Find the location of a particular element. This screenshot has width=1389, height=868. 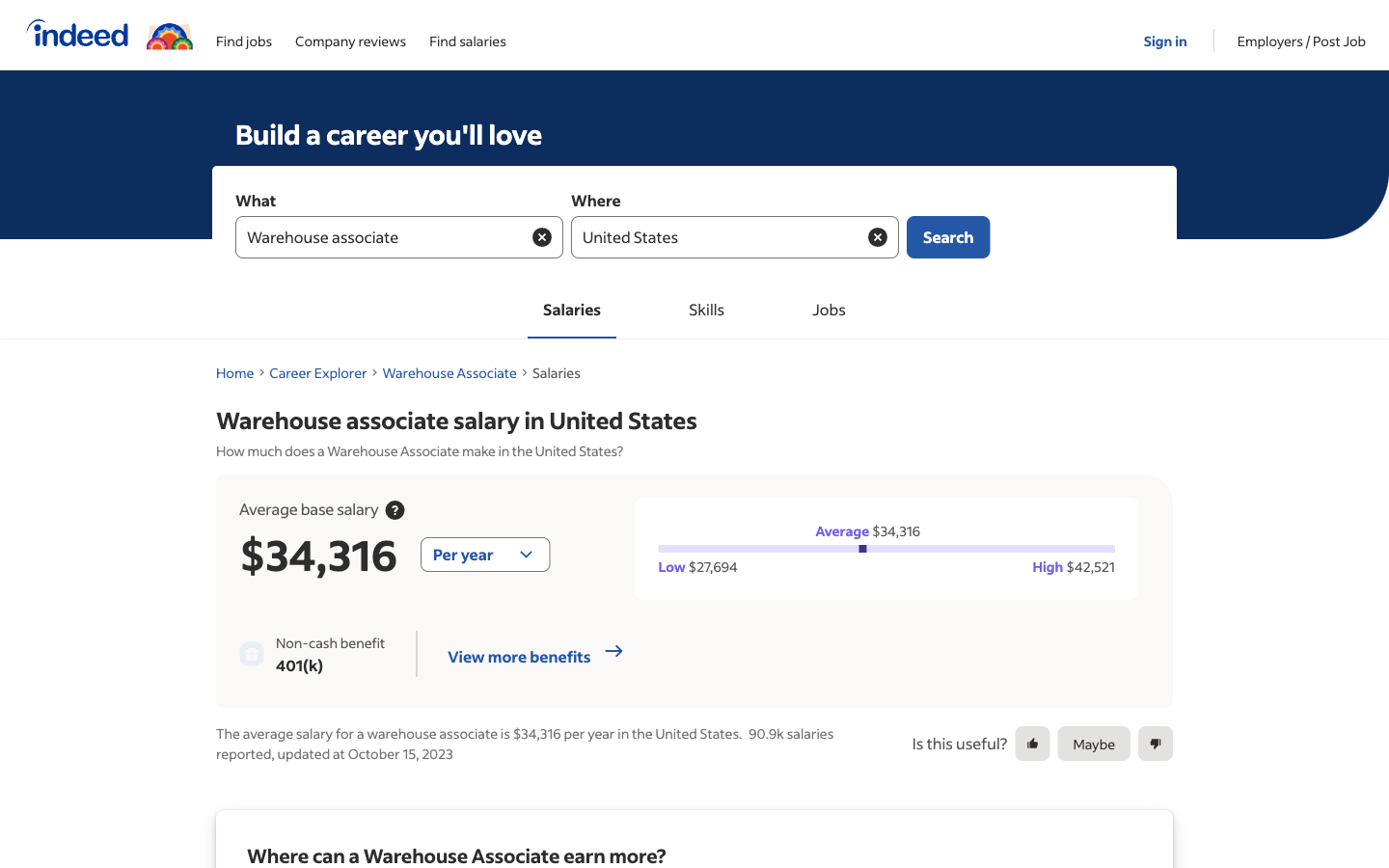

Return to the Warehouse Associate Page is located at coordinates (449, 372).